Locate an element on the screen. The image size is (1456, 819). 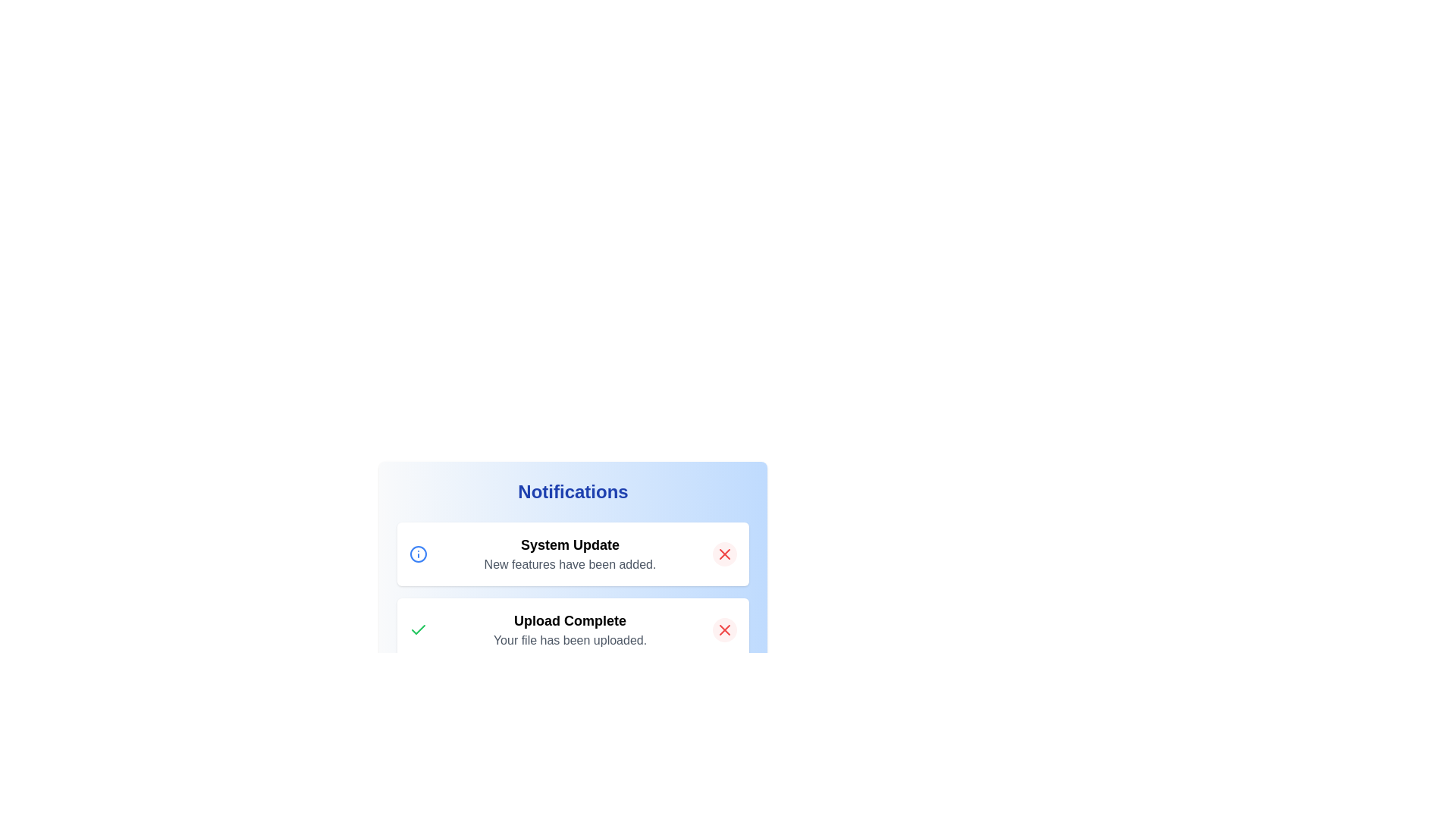
the 'System Update' notification card located at the top of the notification list is located at coordinates (572, 554).